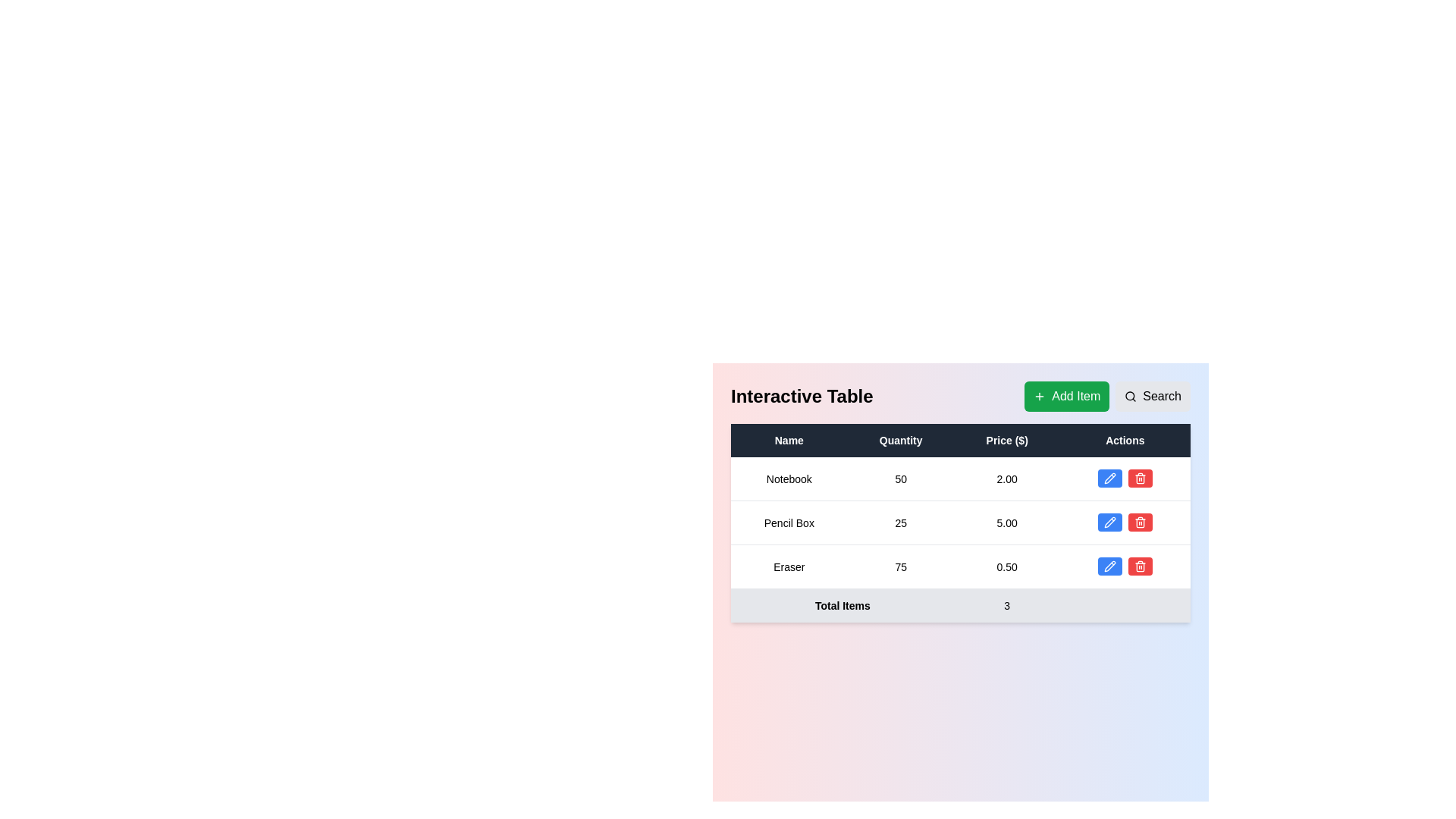 The width and height of the screenshot is (1456, 819). What do you see at coordinates (901, 522) in the screenshot?
I see `the static text displaying the quantity of the 'Pencil Box' in the table, which is located in the second row under the 'Quantity' column` at bounding box center [901, 522].